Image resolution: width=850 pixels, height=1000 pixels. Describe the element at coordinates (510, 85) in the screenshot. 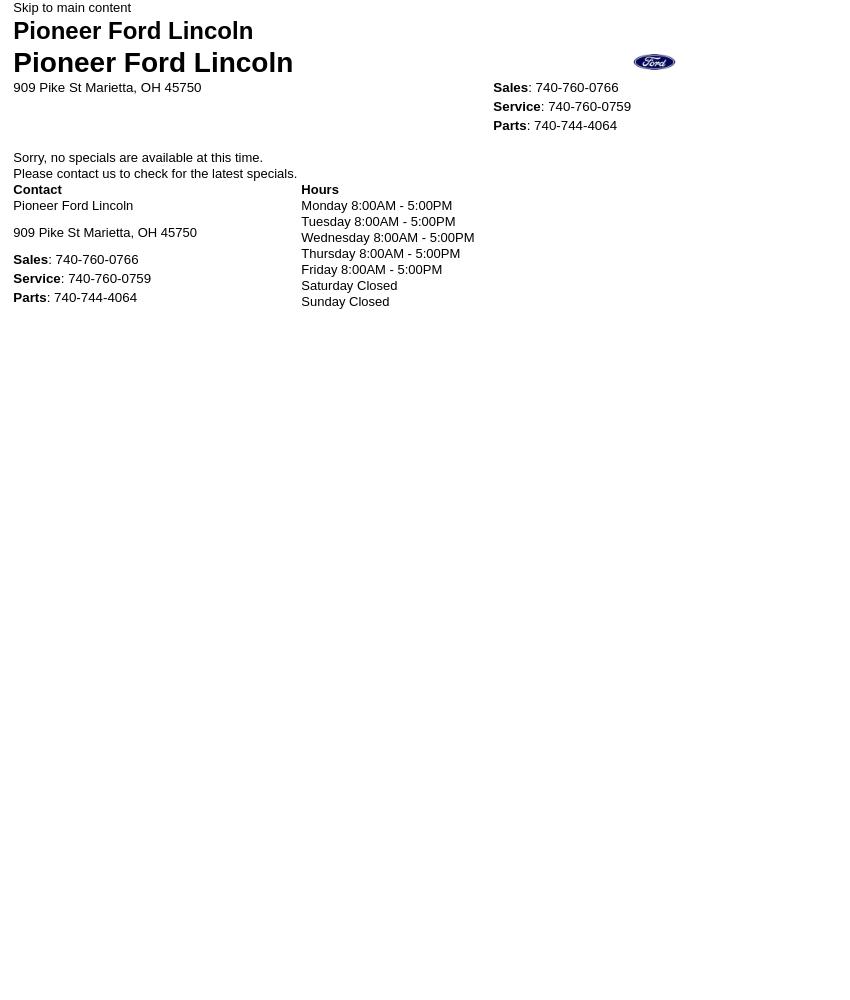

I see `'Sales'` at that location.